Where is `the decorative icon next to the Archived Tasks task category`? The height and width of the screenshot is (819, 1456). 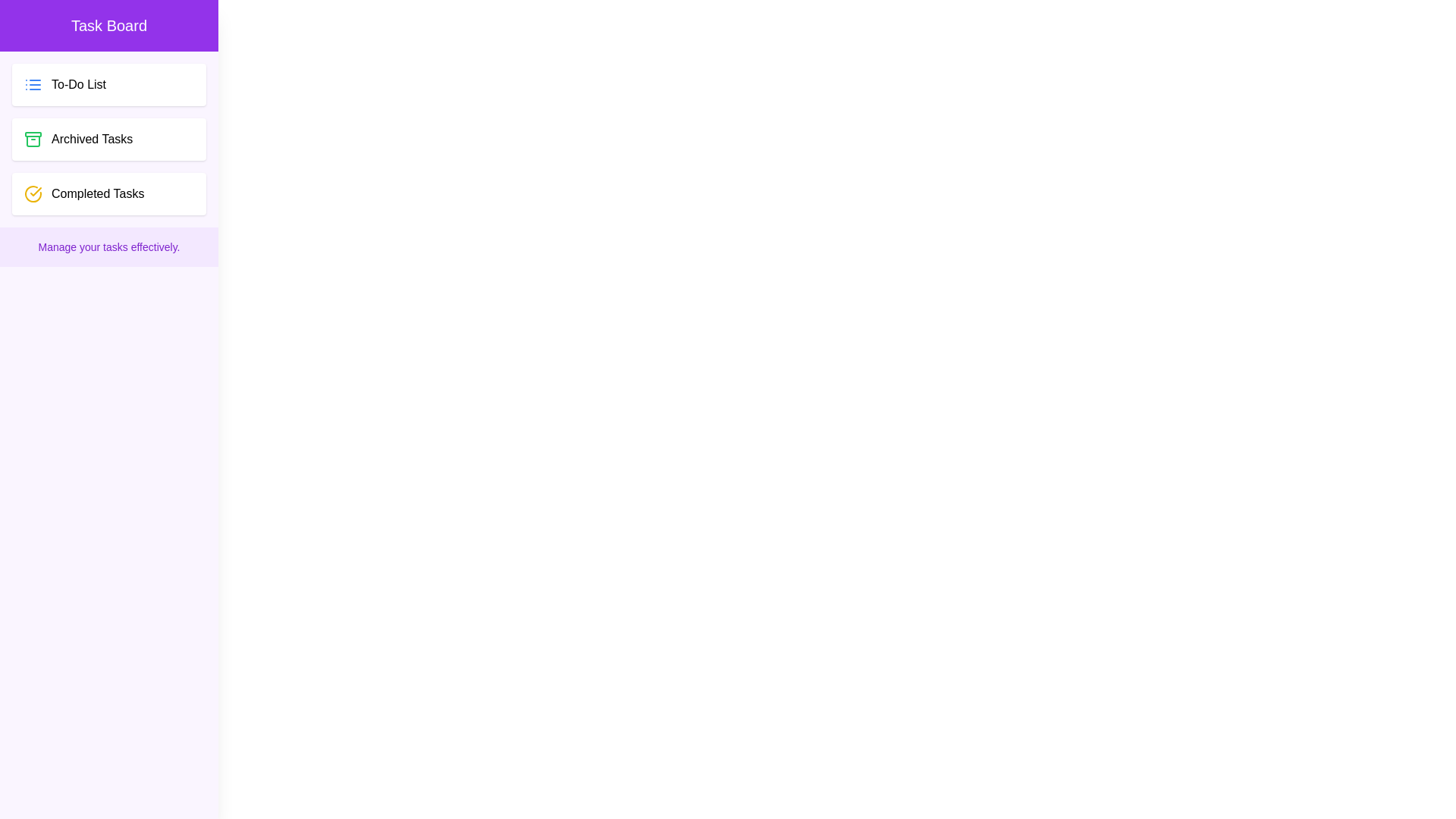 the decorative icon next to the Archived Tasks task category is located at coordinates (33, 140).